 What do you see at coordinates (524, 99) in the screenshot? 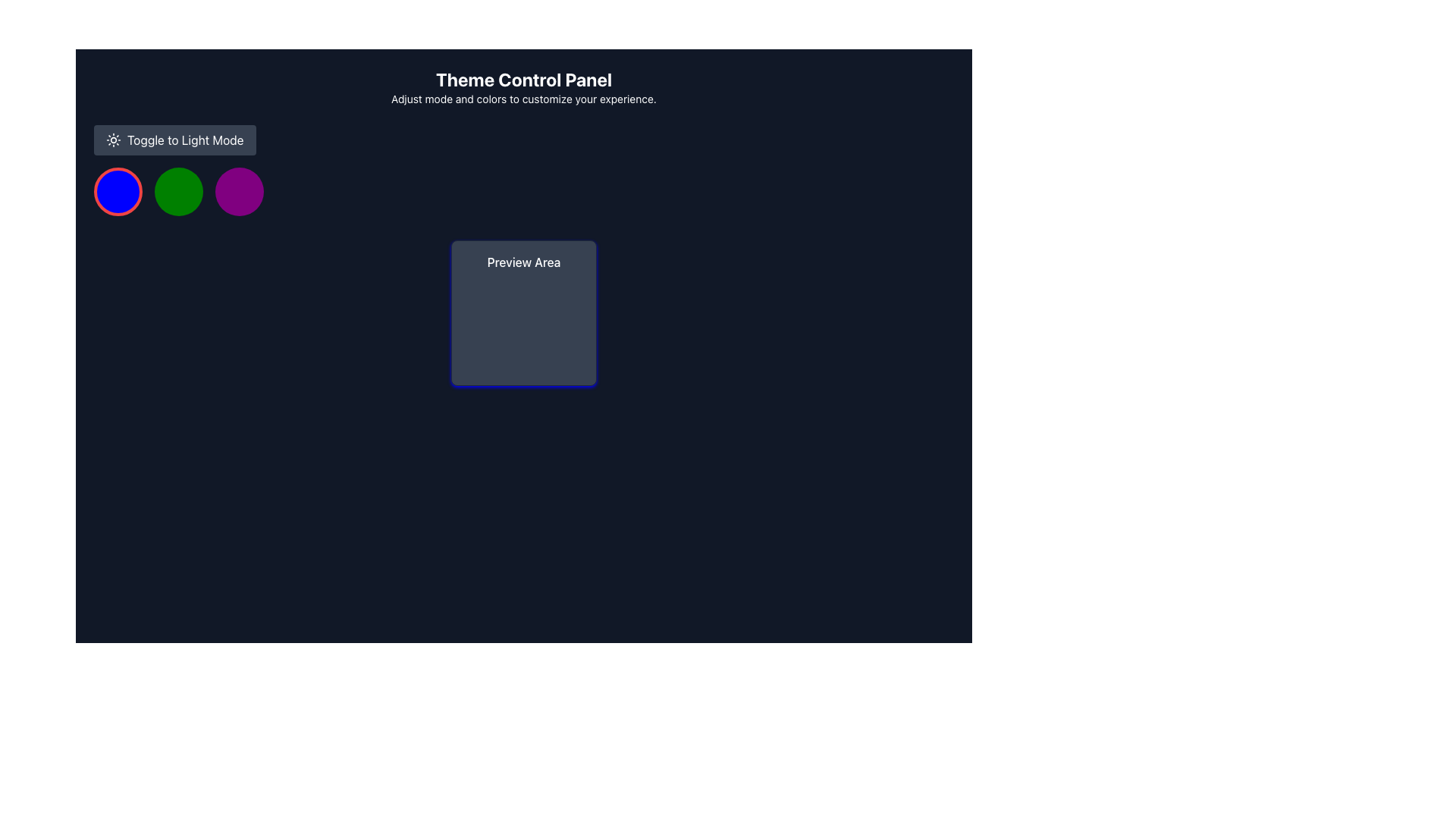
I see `static text content that states 'Adjust mode and colors to customize your experience.' located directly beneath the 'Theme Control Panel' header in the upper section of the interface` at bounding box center [524, 99].